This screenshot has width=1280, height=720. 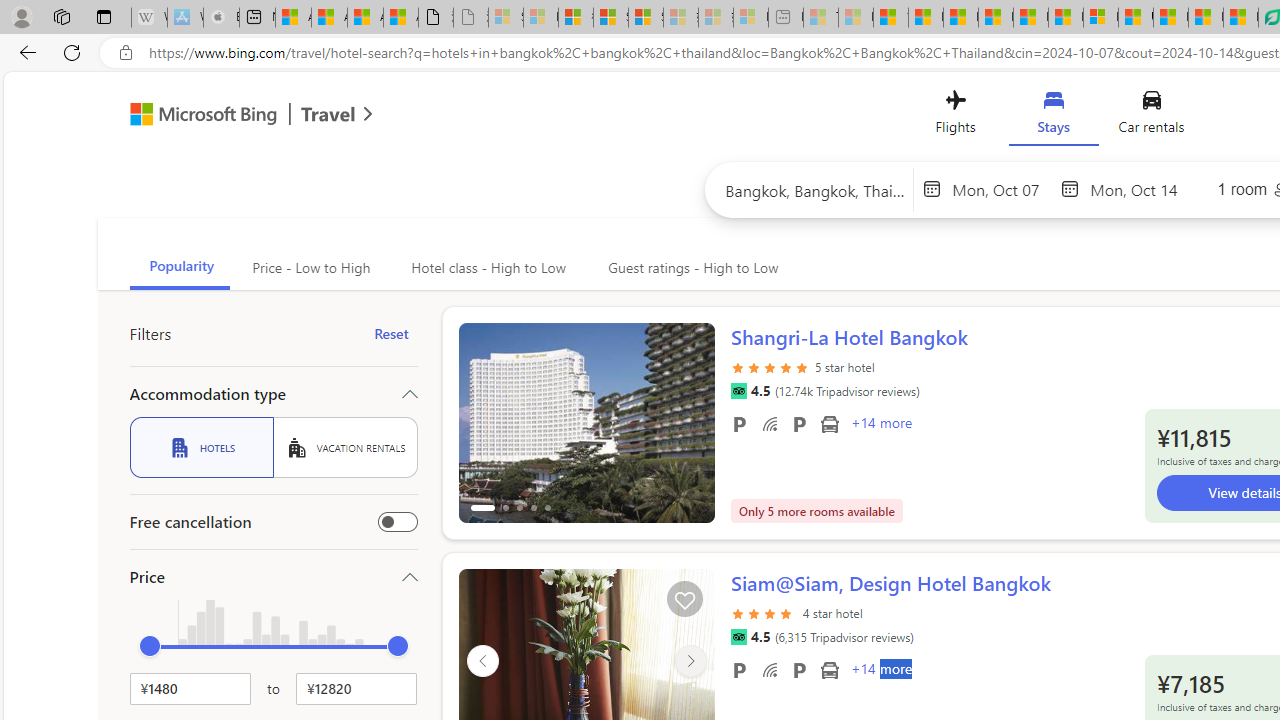 I want to click on 'Aberdeen, Hong Kong SAR weather forecast | Microsoft Weather', so click(x=329, y=17).